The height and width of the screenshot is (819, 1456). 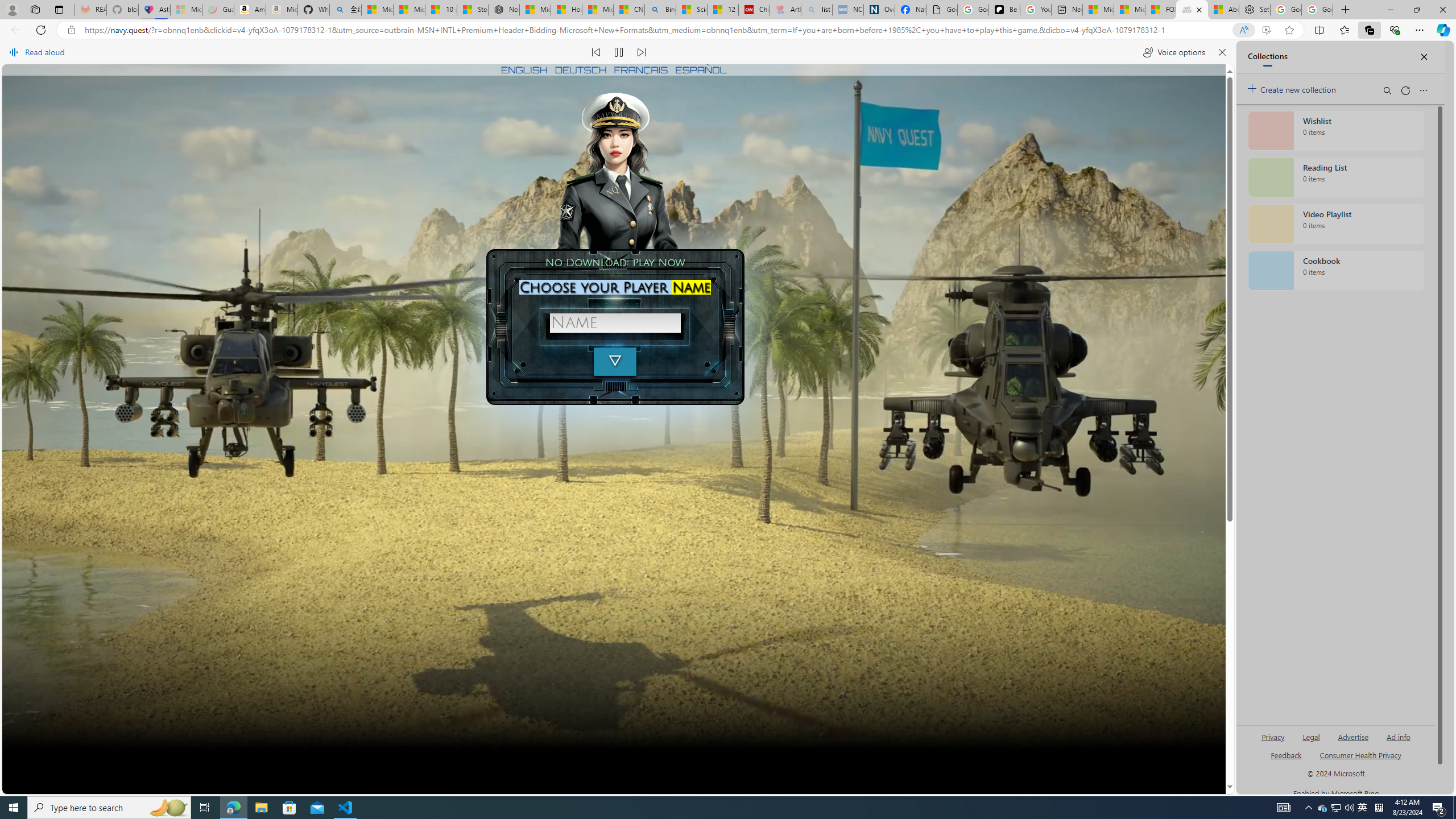 What do you see at coordinates (1389, 9) in the screenshot?
I see `'Minimize'` at bounding box center [1389, 9].